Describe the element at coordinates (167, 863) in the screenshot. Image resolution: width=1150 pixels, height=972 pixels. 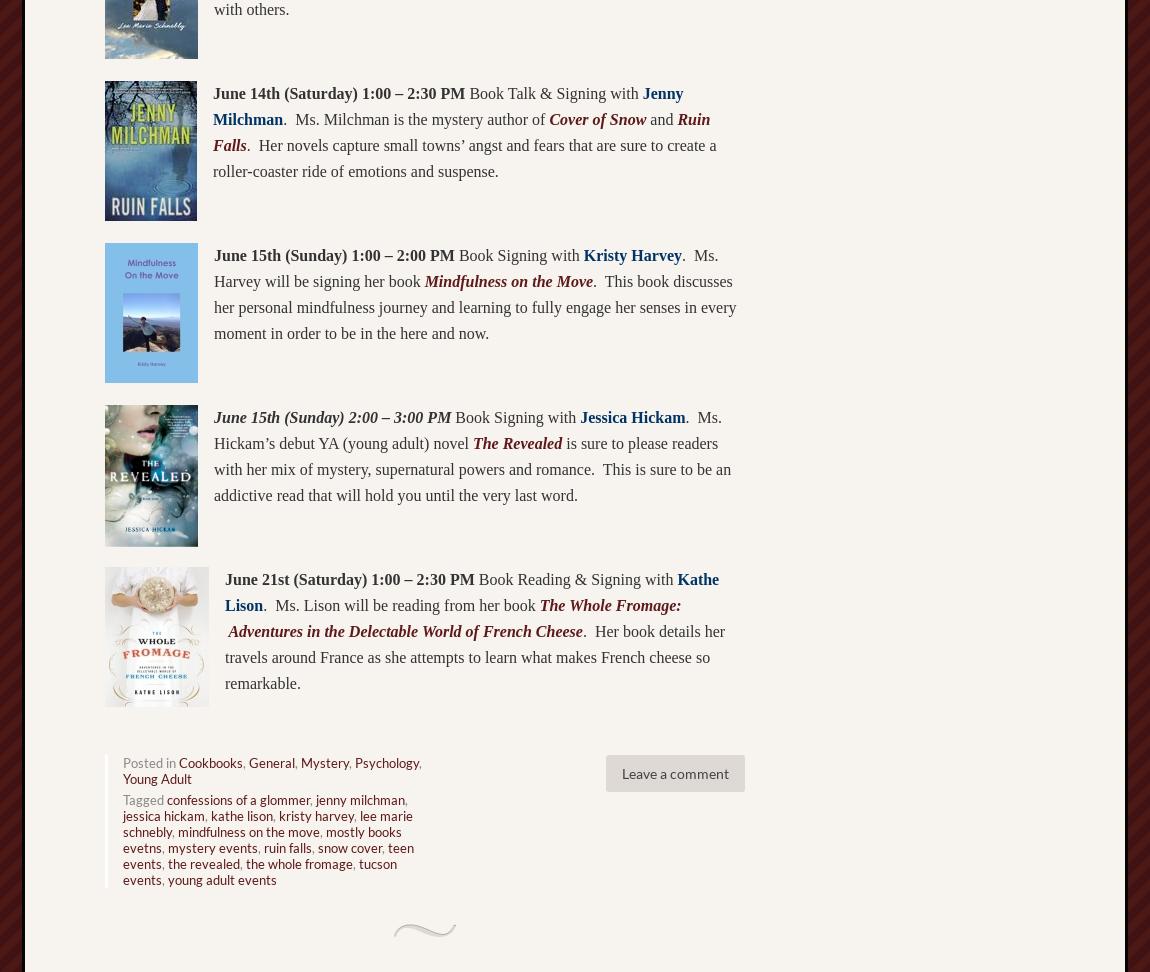
I see `'the revealed'` at that location.